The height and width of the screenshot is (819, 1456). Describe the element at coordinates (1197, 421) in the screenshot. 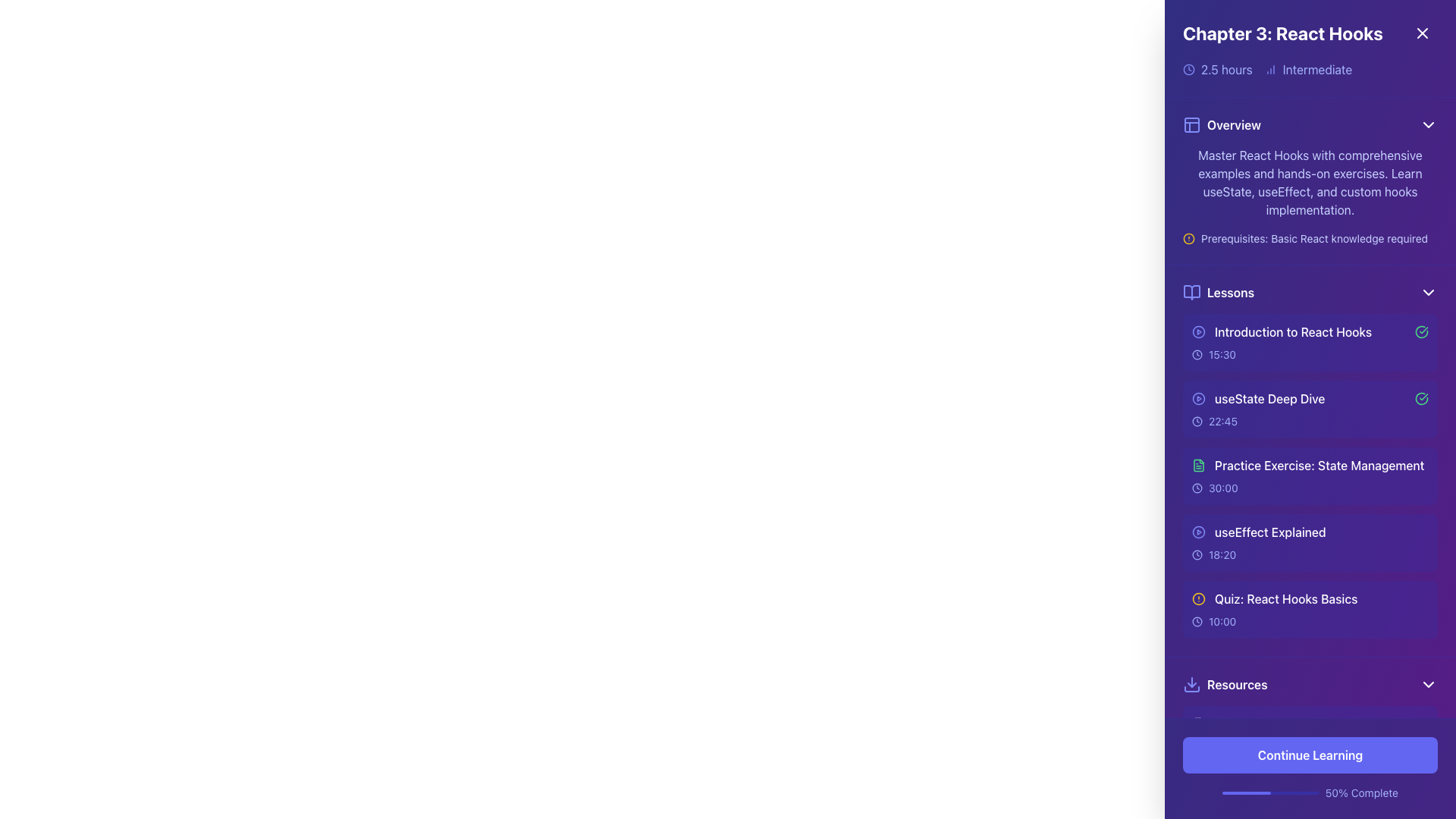

I see `the graphical icon component representing the center of the clock design, located to the left of the text '22:45' for the 'useState Deep Dive' lesson` at that location.